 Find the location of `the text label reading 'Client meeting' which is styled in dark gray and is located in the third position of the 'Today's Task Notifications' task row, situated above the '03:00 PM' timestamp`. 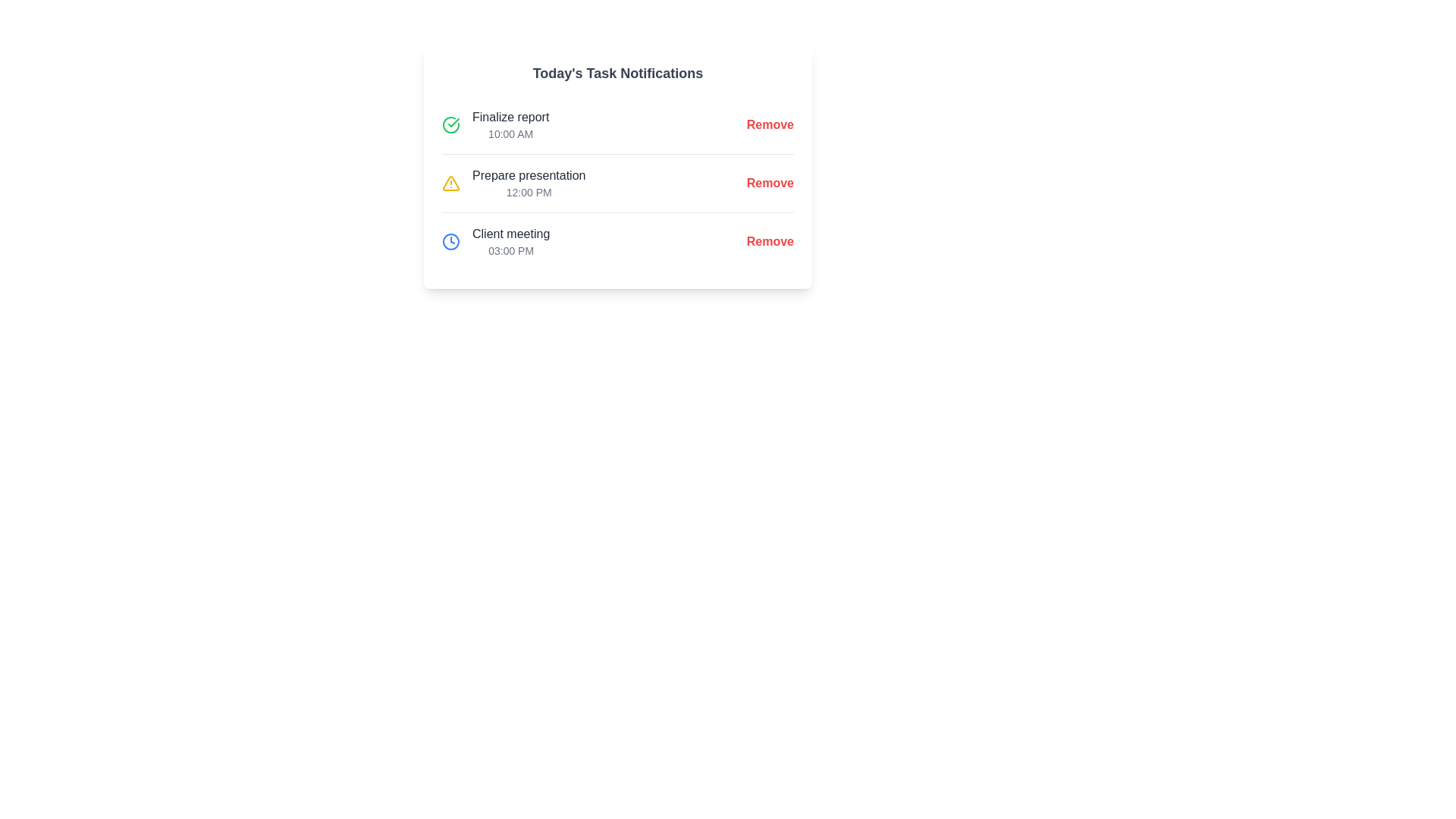

the text label reading 'Client meeting' which is styled in dark gray and is located in the third position of the 'Today's Task Notifications' task row, situated above the '03:00 PM' timestamp is located at coordinates (511, 234).